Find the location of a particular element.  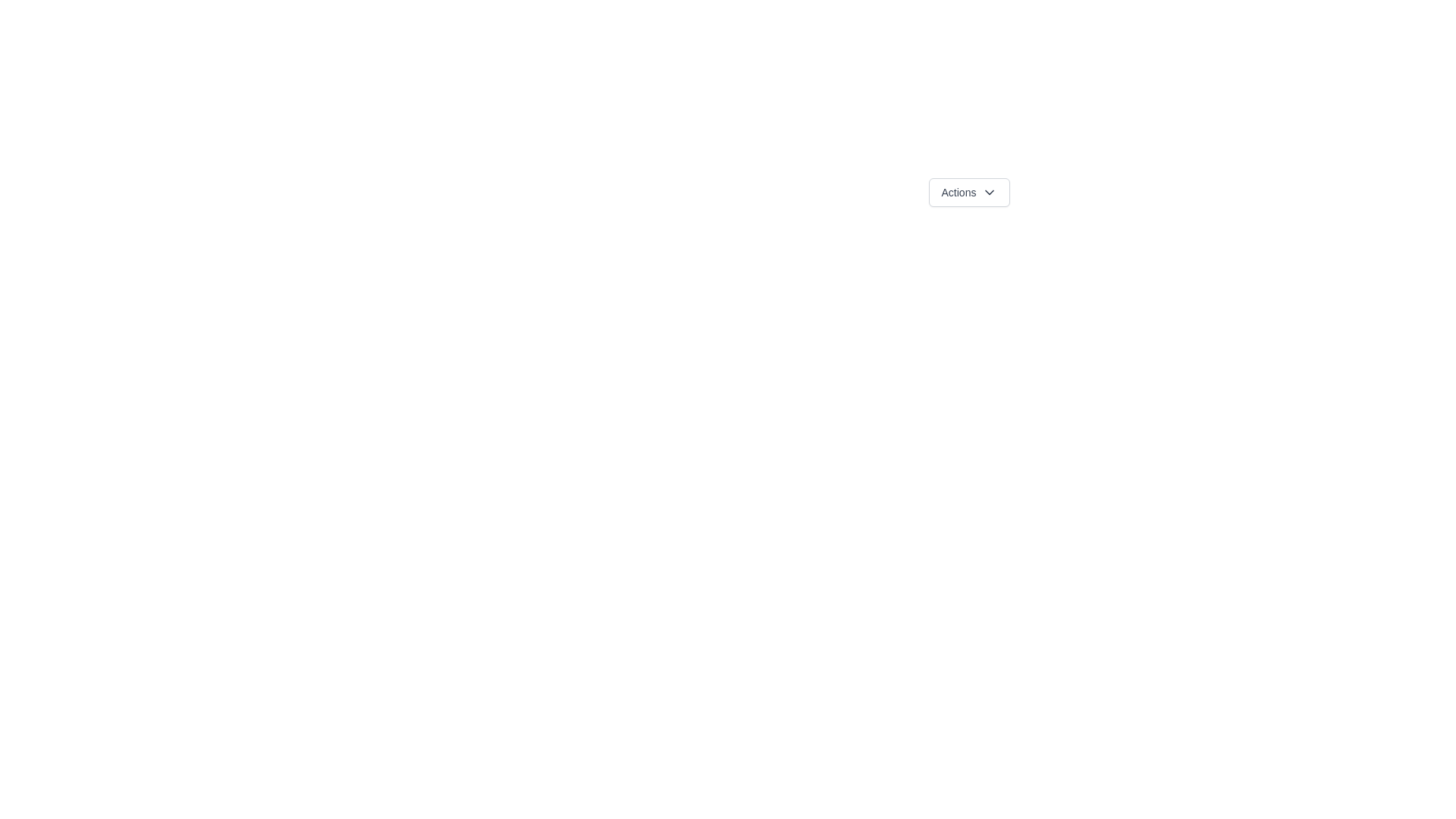

the chevron icon located at the far right end of the 'Actions' button is located at coordinates (990, 192).